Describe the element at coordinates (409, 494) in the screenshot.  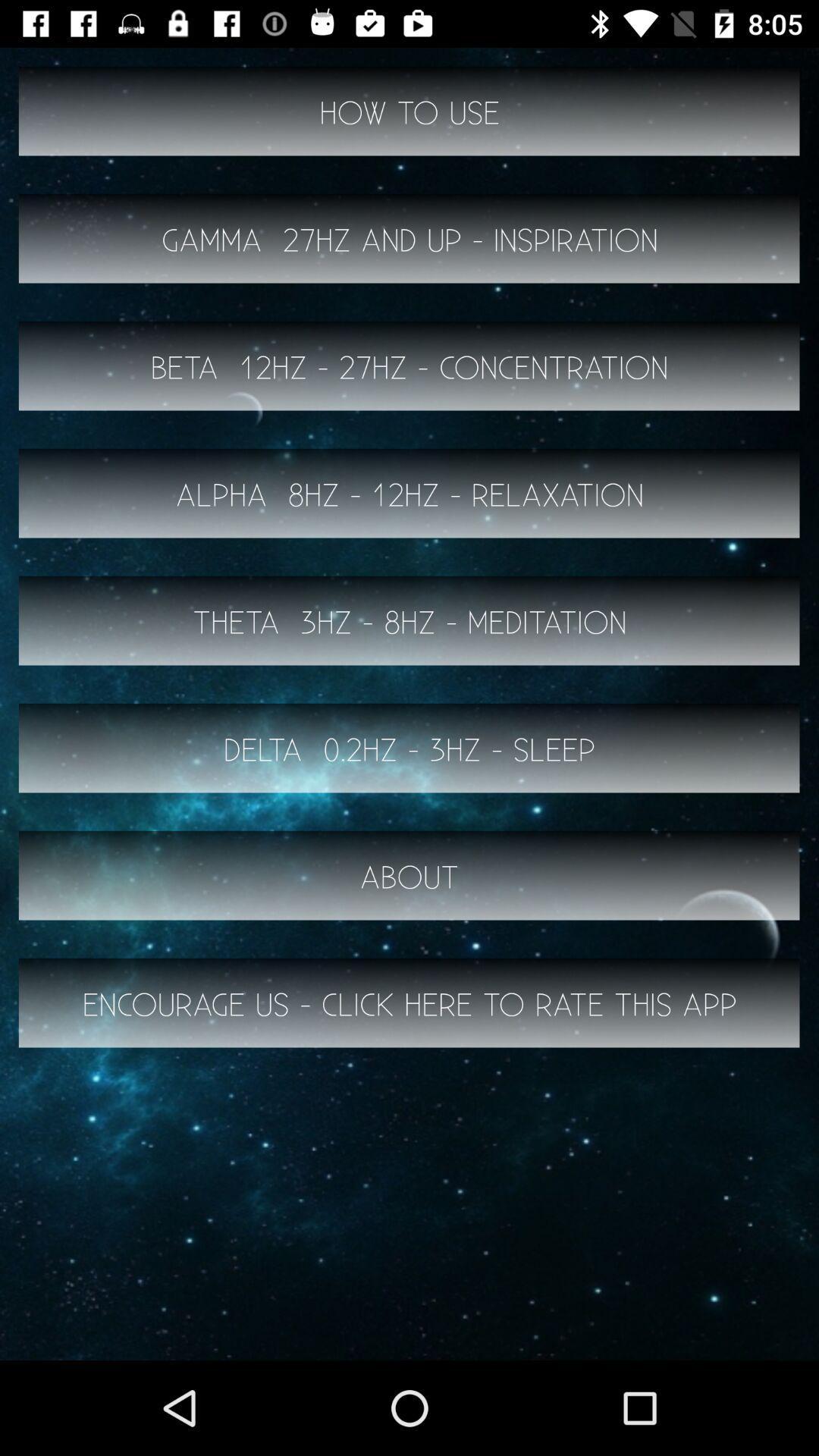
I see `the icon above theta 3hz 8hz button` at that location.